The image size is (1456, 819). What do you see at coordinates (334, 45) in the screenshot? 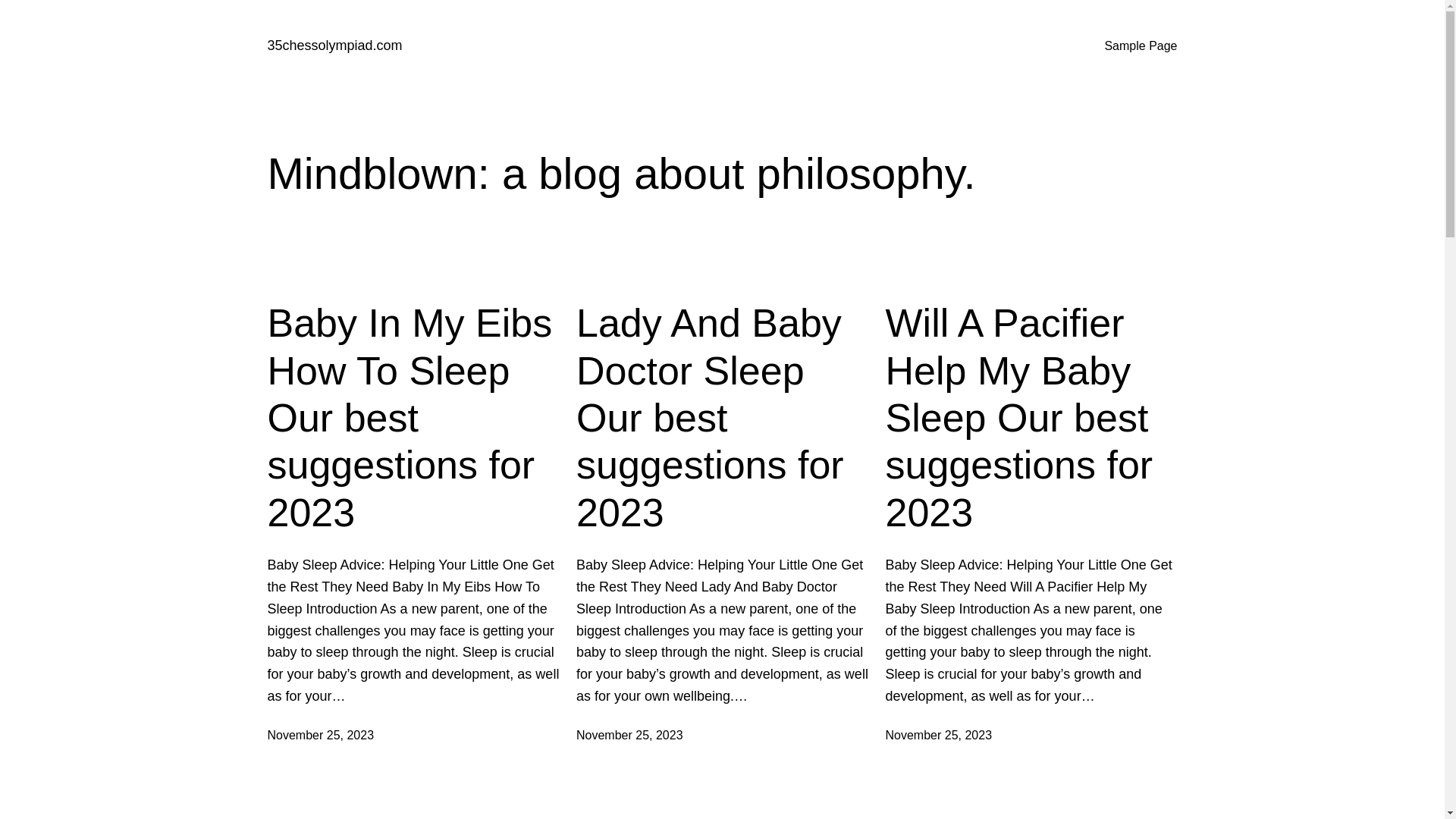
I see `'35chessolympiad.com'` at bounding box center [334, 45].